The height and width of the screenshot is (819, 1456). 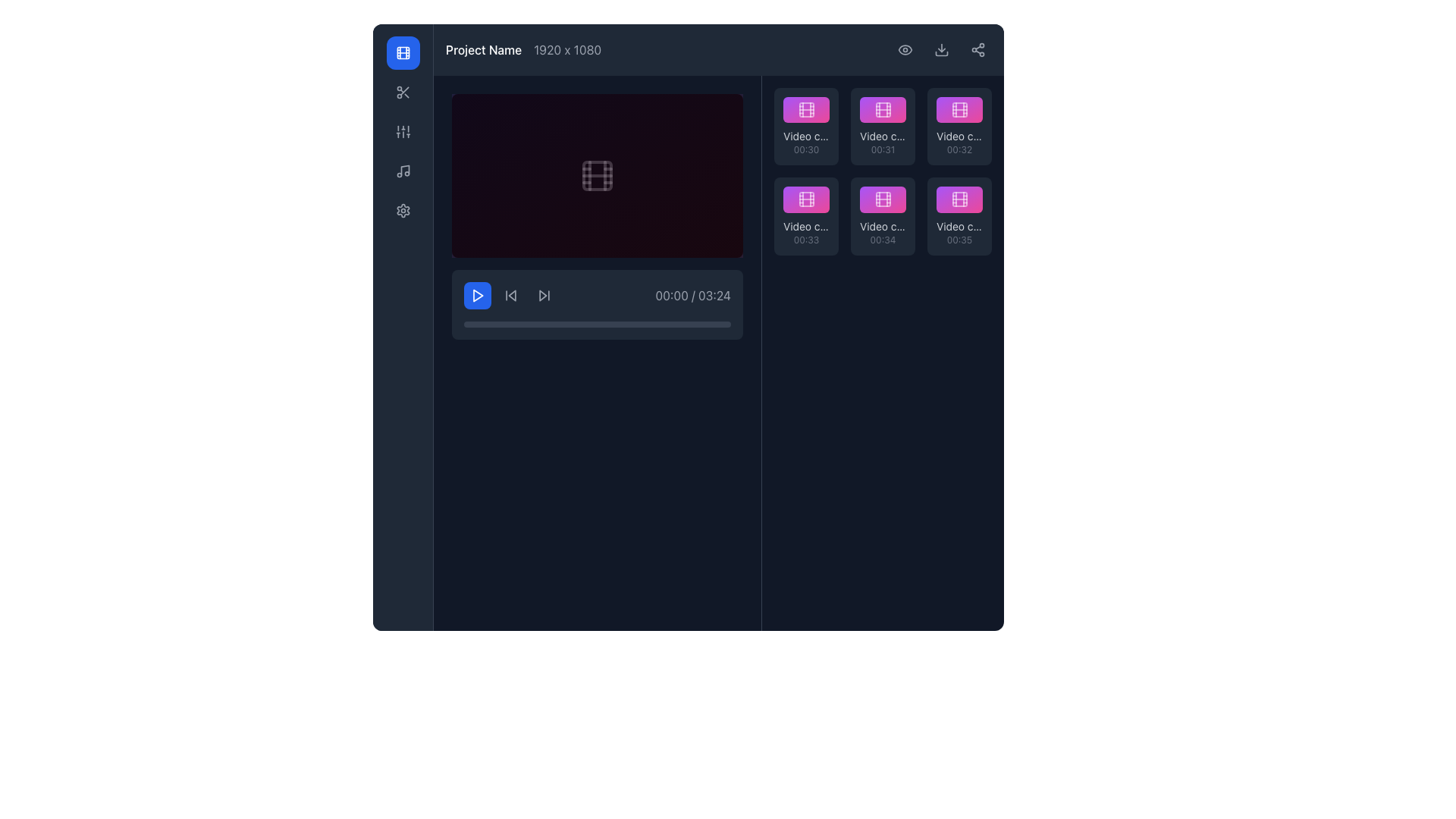 What do you see at coordinates (523, 49) in the screenshot?
I see `the 'Project Name' text label that displays '1920 x 1080' in a lighter gray color, located in the upper-left part of the dark-themed interface` at bounding box center [523, 49].